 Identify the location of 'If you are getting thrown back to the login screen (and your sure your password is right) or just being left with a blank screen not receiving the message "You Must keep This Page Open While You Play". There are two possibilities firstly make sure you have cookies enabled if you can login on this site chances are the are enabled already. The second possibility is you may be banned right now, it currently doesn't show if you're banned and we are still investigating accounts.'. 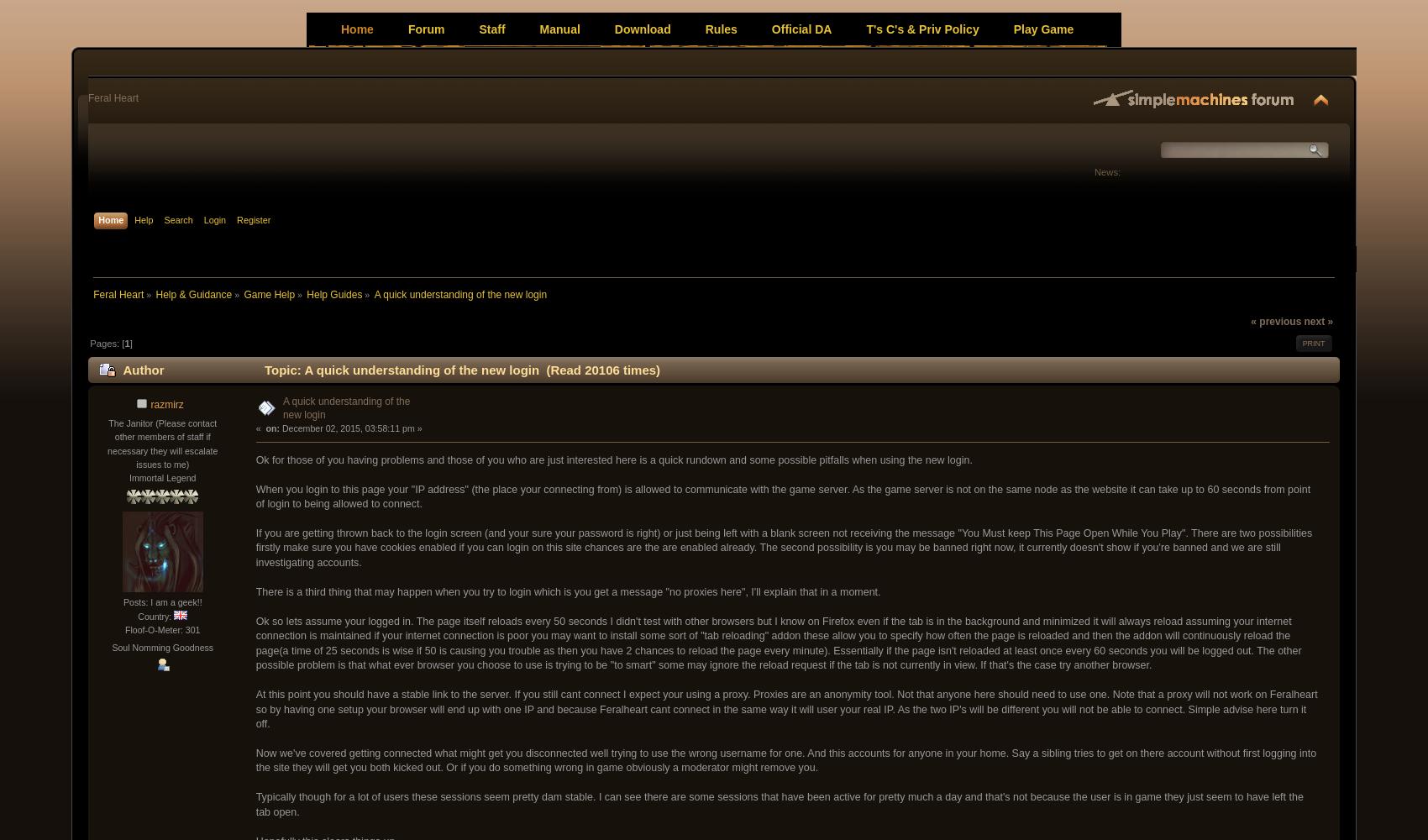
(783, 547).